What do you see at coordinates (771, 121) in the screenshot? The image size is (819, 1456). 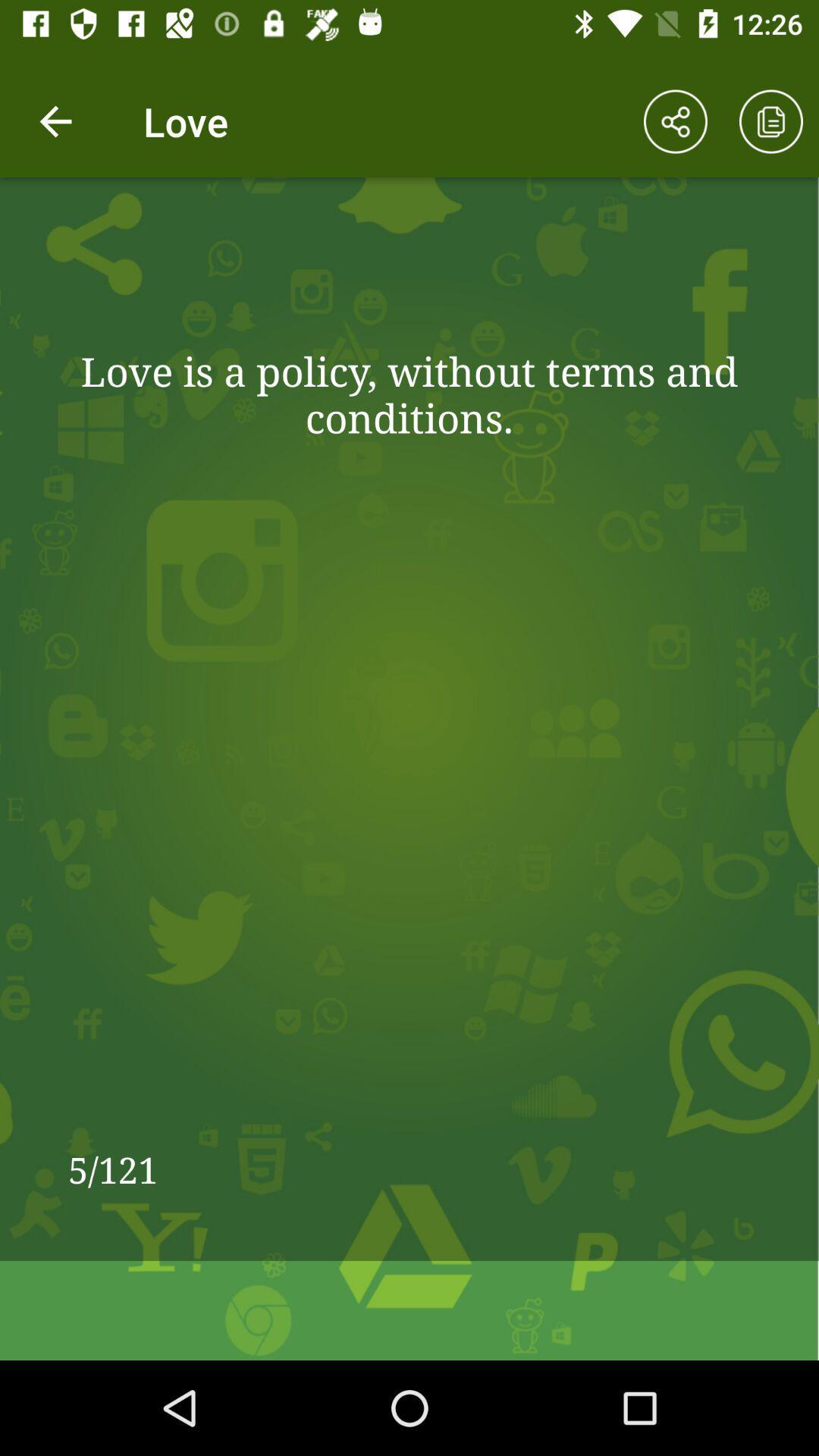 I see `advances to the next page` at bounding box center [771, 121].